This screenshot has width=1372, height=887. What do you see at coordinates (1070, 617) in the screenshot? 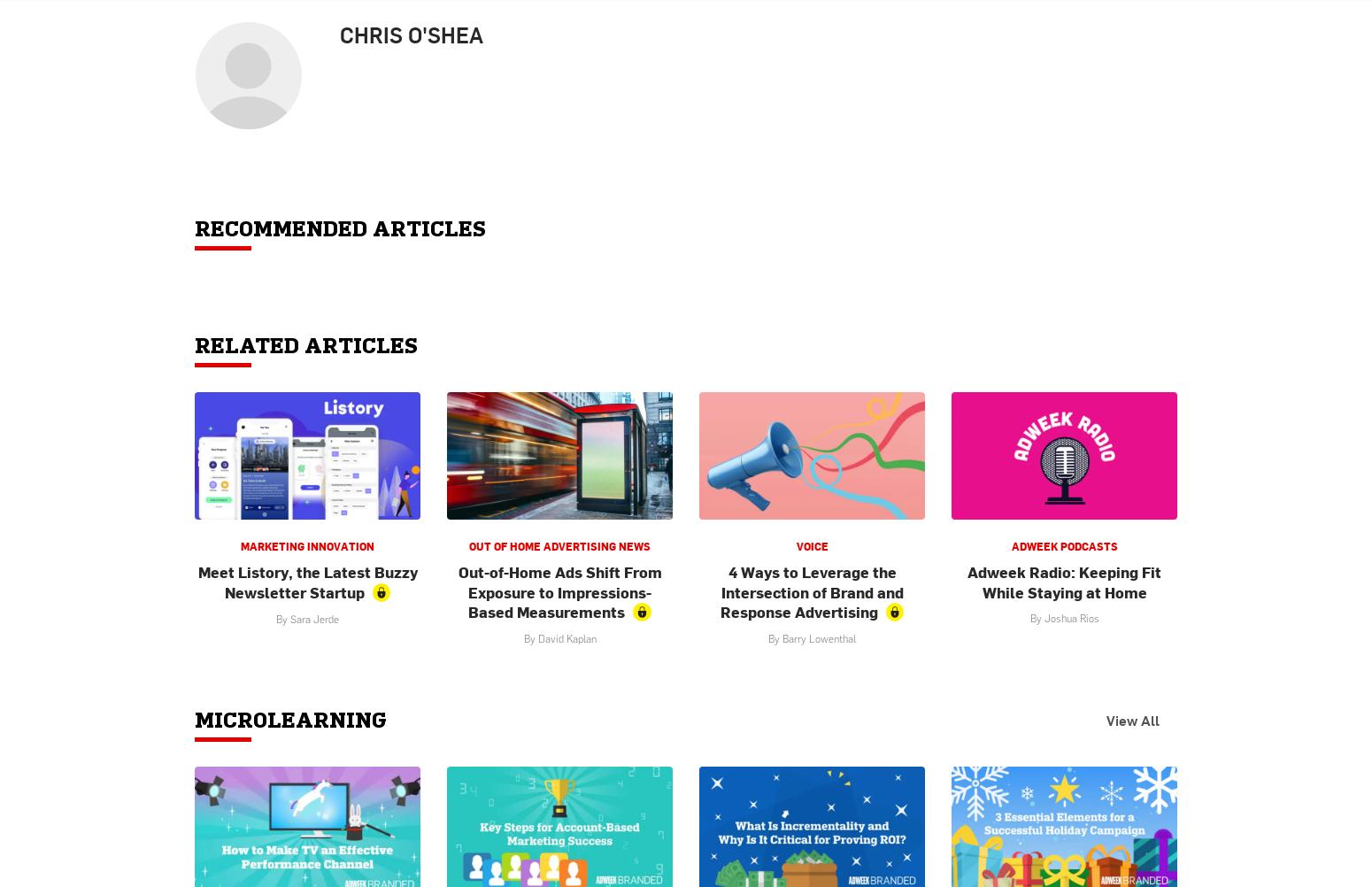
I see `'Joshua Rios'` at bounding box center [1070, 617].